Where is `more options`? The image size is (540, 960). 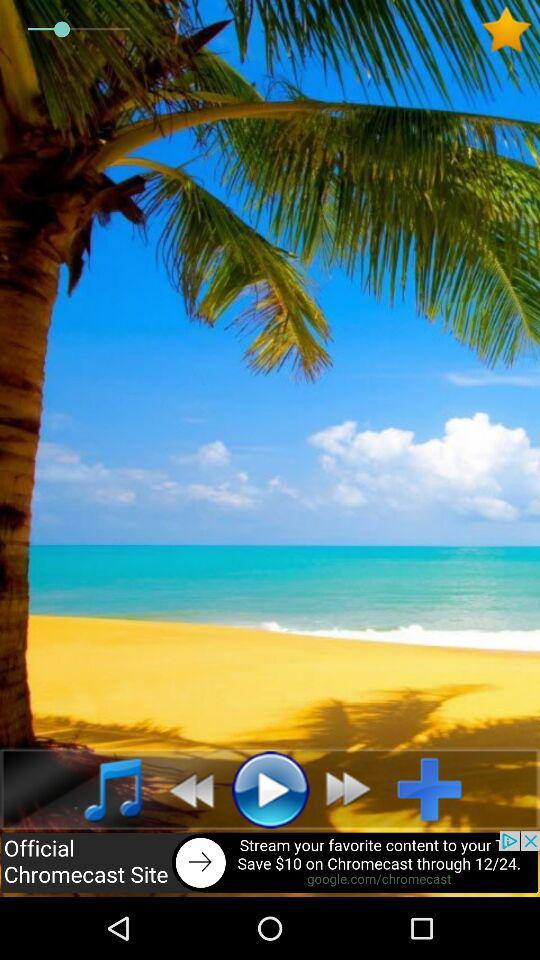
more options is located at coordinates (436, 789).